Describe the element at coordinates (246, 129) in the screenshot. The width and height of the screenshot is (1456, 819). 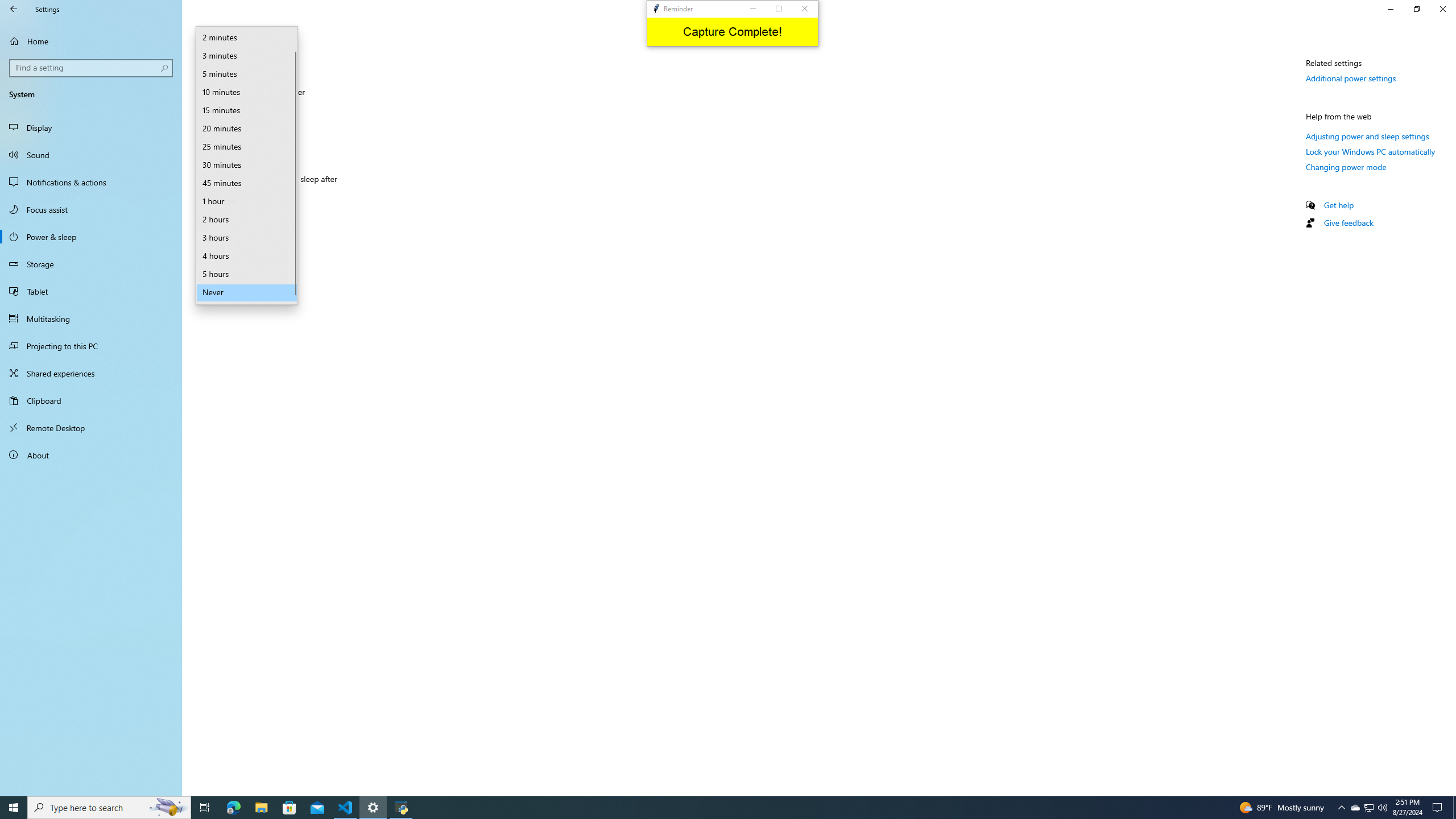
I see `'20 minutes'` at that location.